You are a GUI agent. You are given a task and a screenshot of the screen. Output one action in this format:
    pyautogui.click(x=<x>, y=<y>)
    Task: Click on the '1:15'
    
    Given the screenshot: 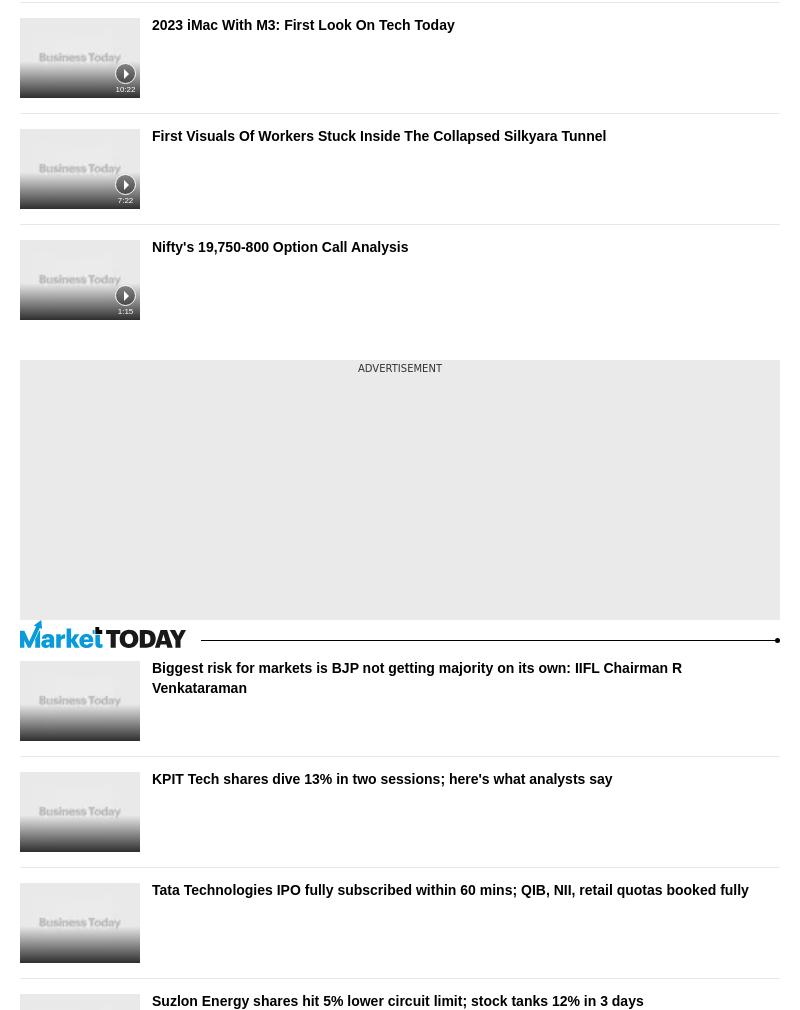 What is the action you would take?
    pyautogui.click(x=115, y=311)
    